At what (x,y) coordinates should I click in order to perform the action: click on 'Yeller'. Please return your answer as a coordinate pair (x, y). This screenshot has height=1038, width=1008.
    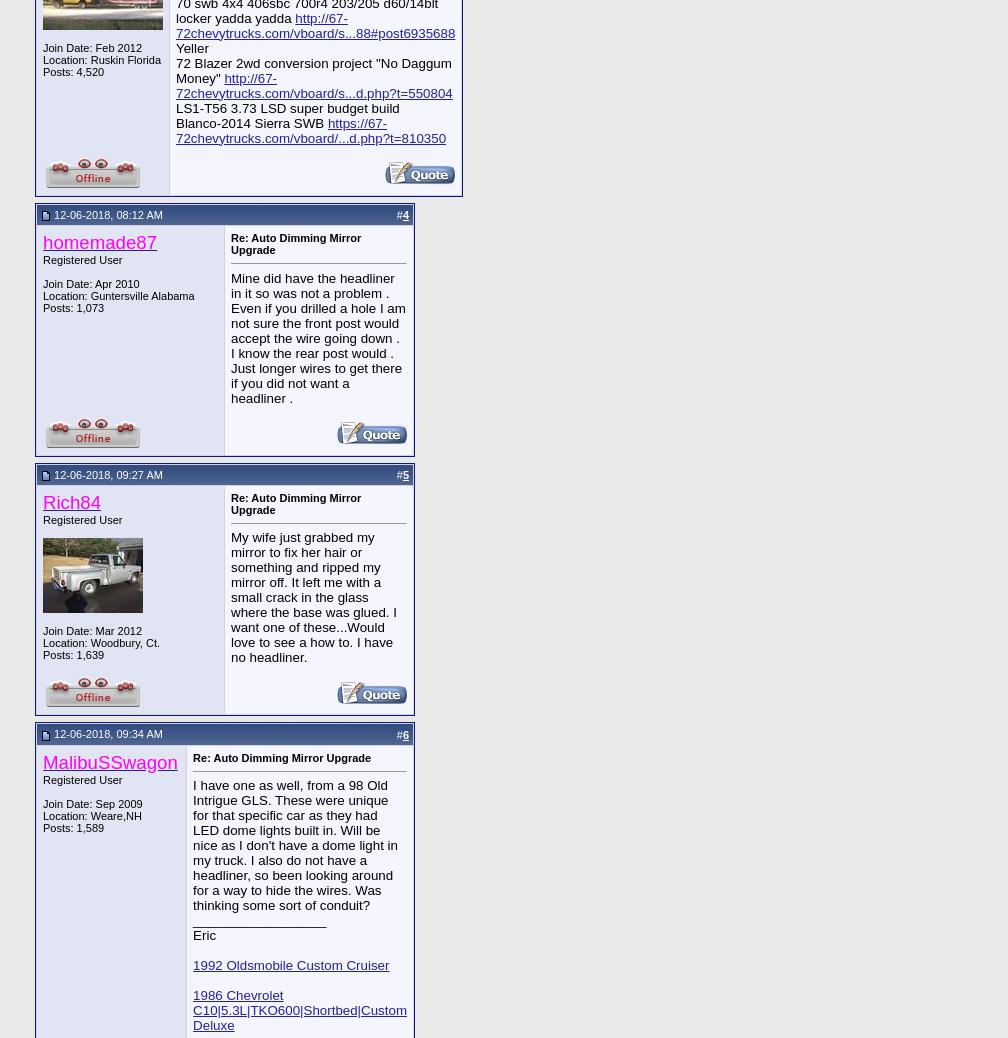
    Looking at the image, I should click on (192, 46).